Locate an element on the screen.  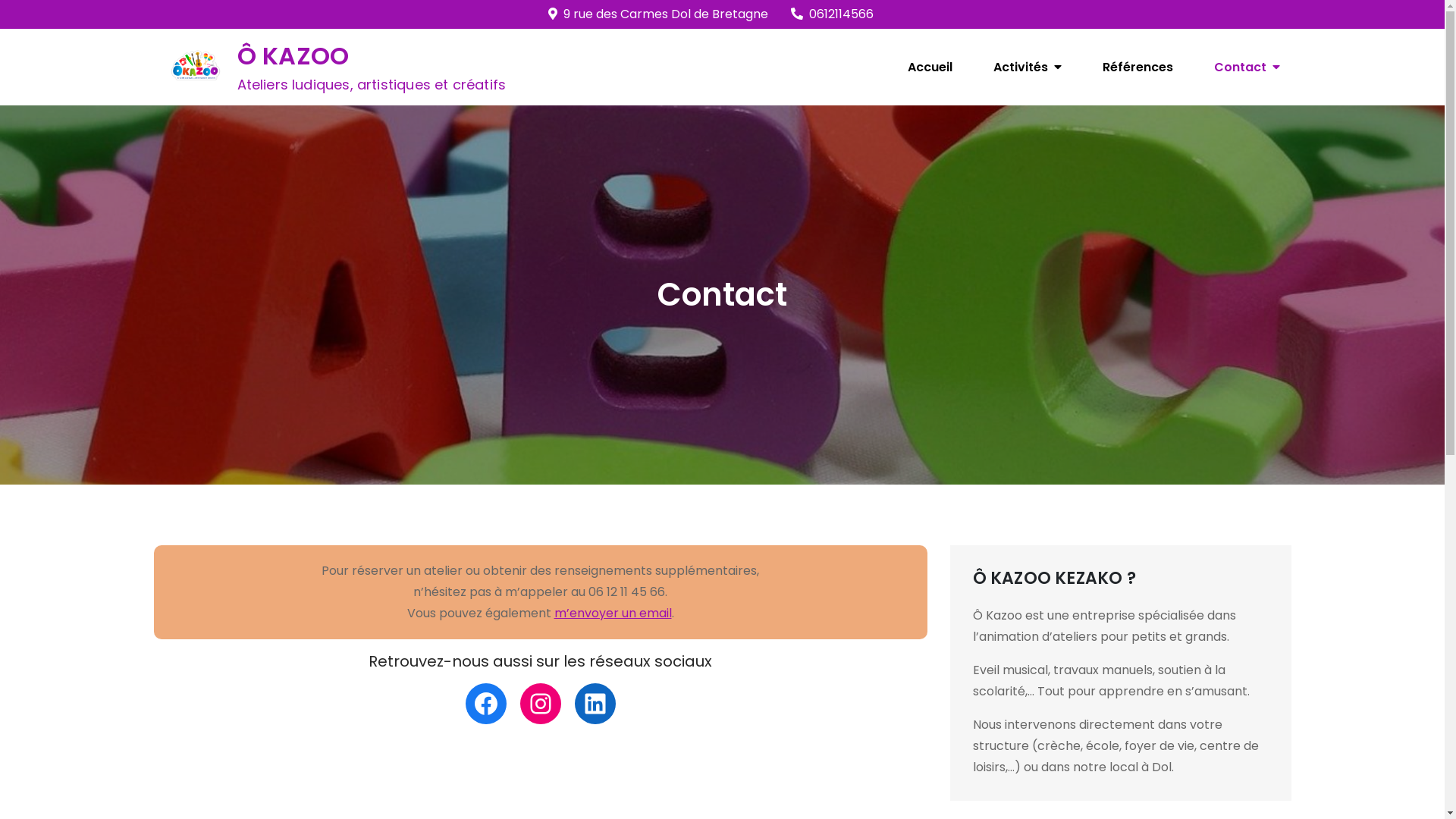
'Accueil' is located at coordinates (928, 66).